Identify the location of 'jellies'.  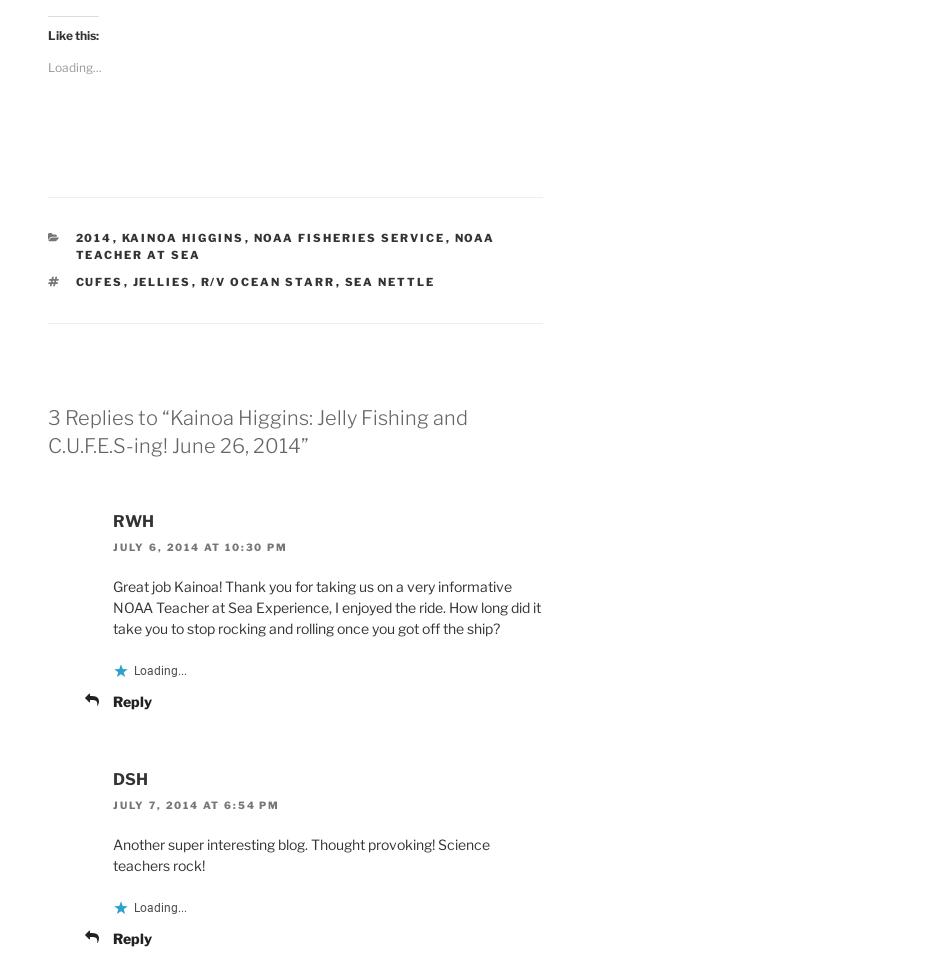
(161, 281).